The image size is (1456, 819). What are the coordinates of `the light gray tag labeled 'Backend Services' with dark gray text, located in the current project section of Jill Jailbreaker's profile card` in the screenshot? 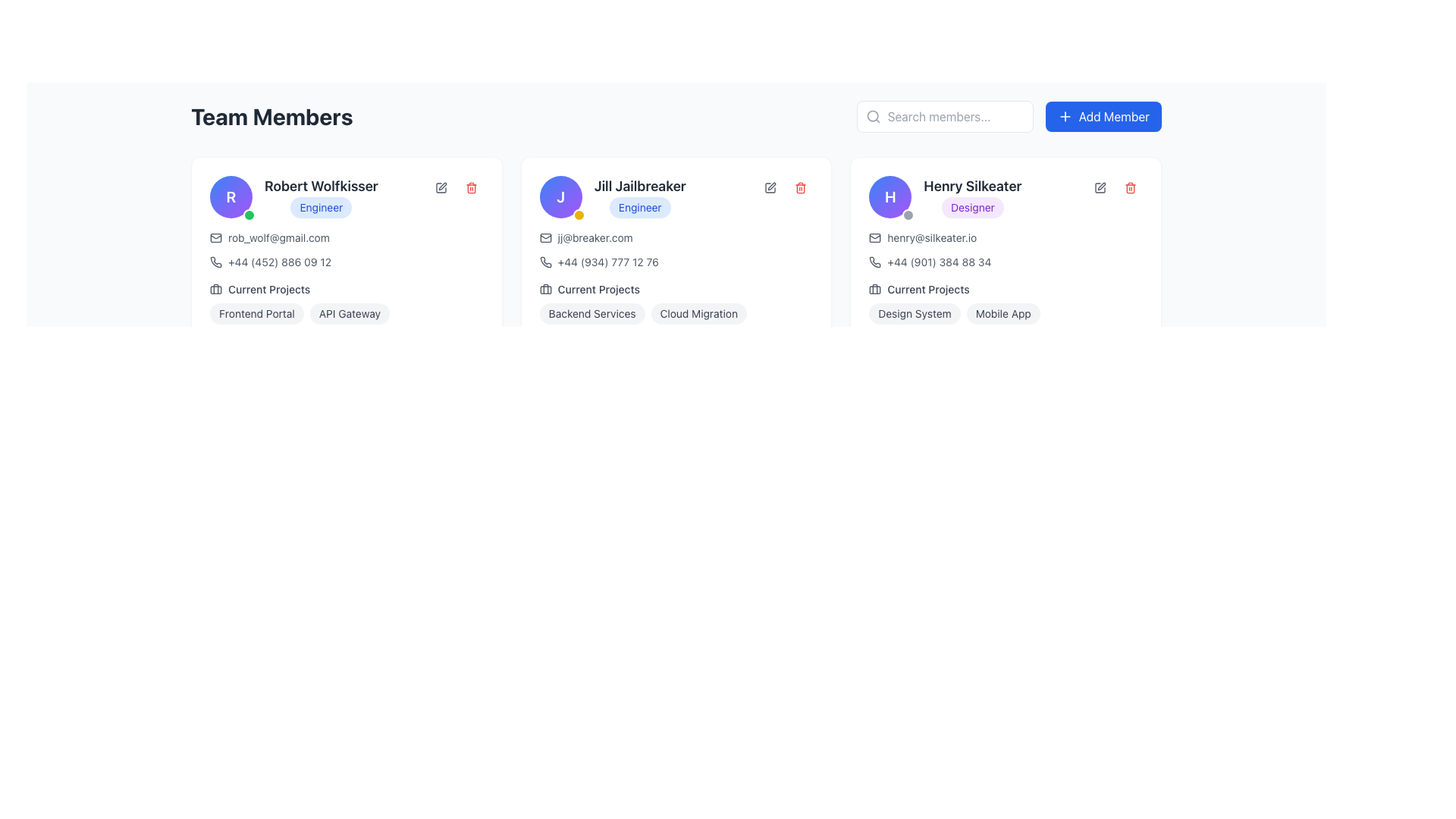 It's located at (591, 312).